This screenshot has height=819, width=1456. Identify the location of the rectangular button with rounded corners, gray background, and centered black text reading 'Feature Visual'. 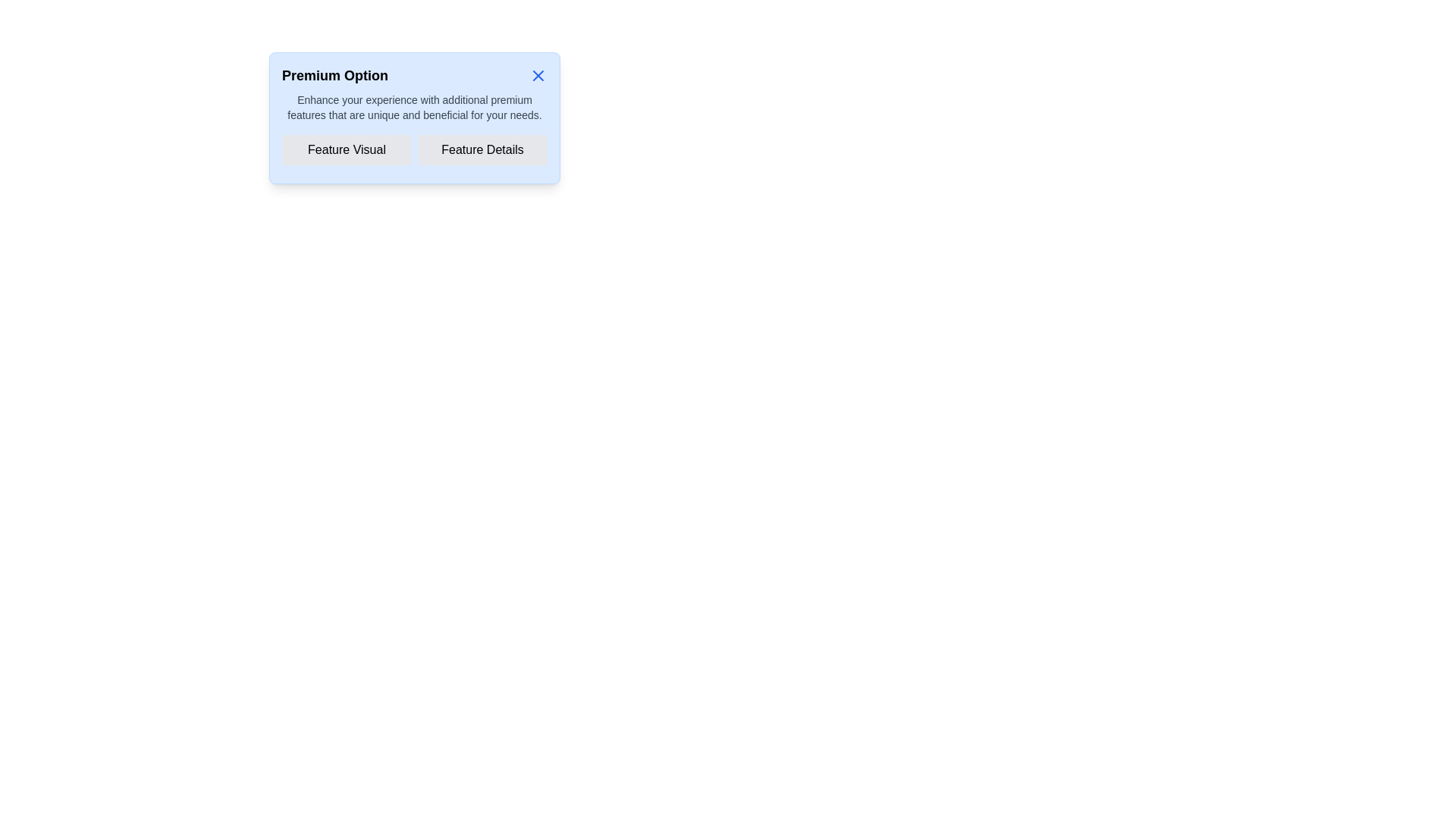
(346, 149).